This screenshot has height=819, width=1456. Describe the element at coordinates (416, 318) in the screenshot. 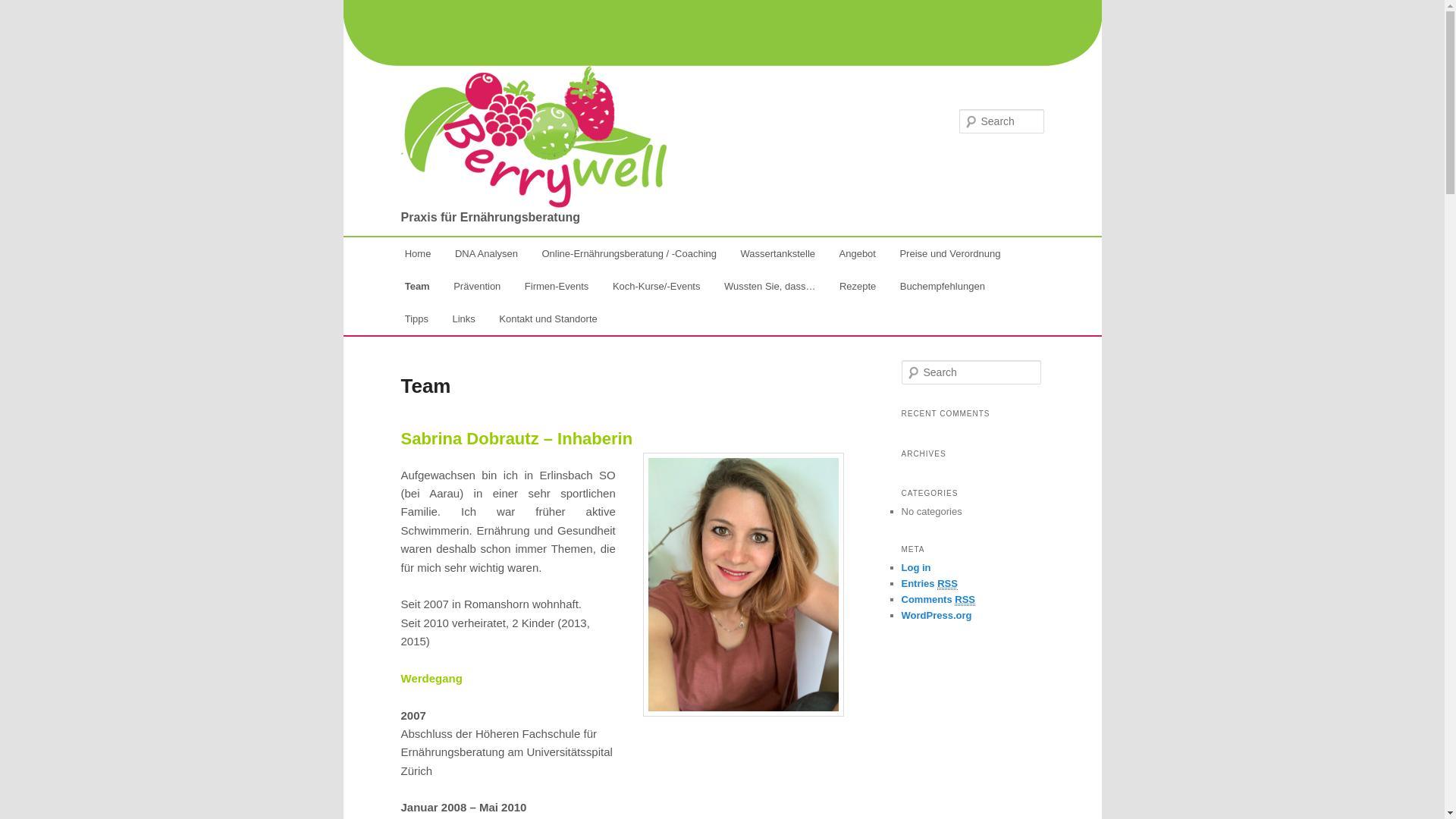

I see `'Tipps'` at that location.